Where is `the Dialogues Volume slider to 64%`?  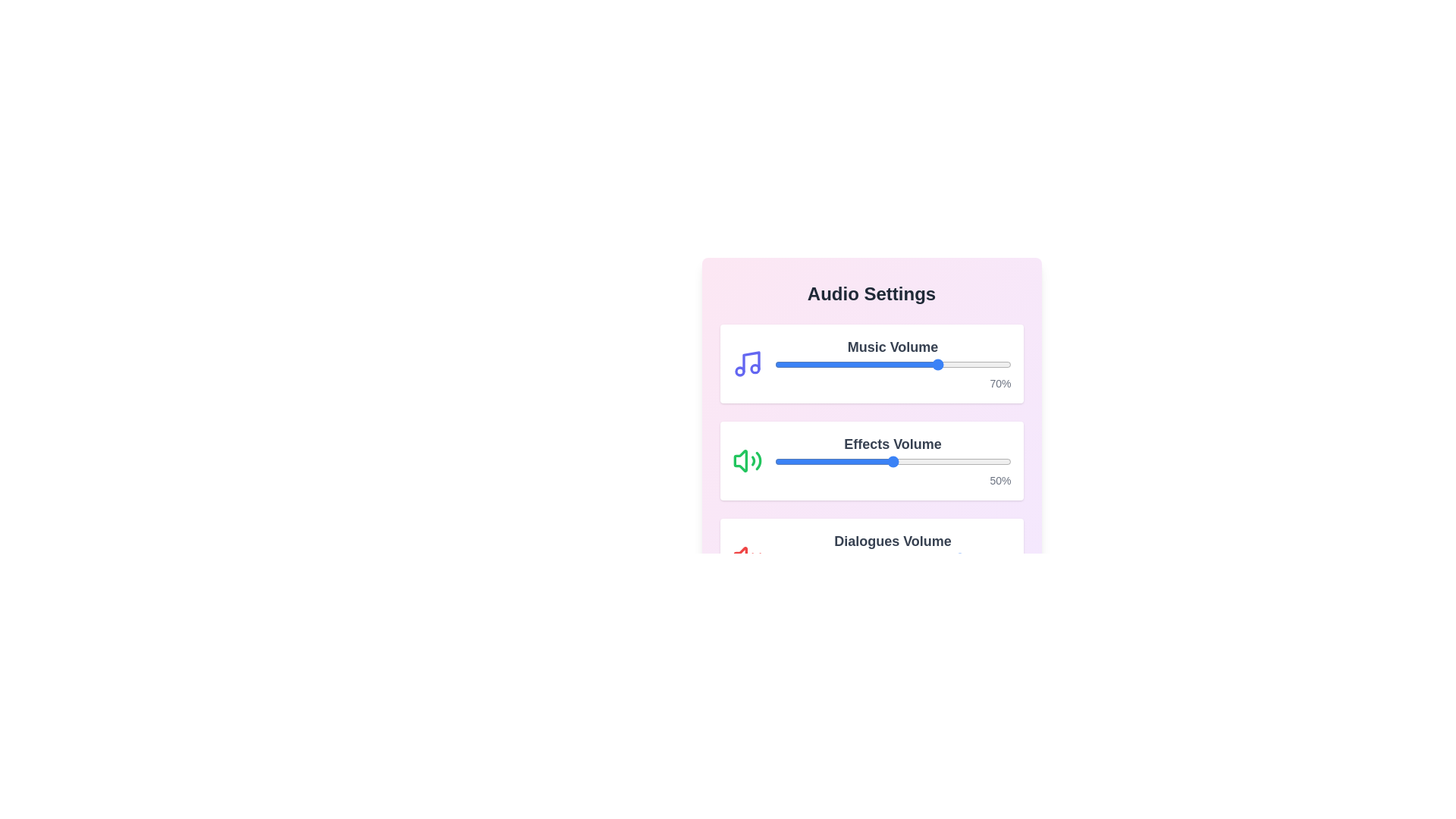 the Dialogues Volume slider to 64% is located at coordinates (925, 558).